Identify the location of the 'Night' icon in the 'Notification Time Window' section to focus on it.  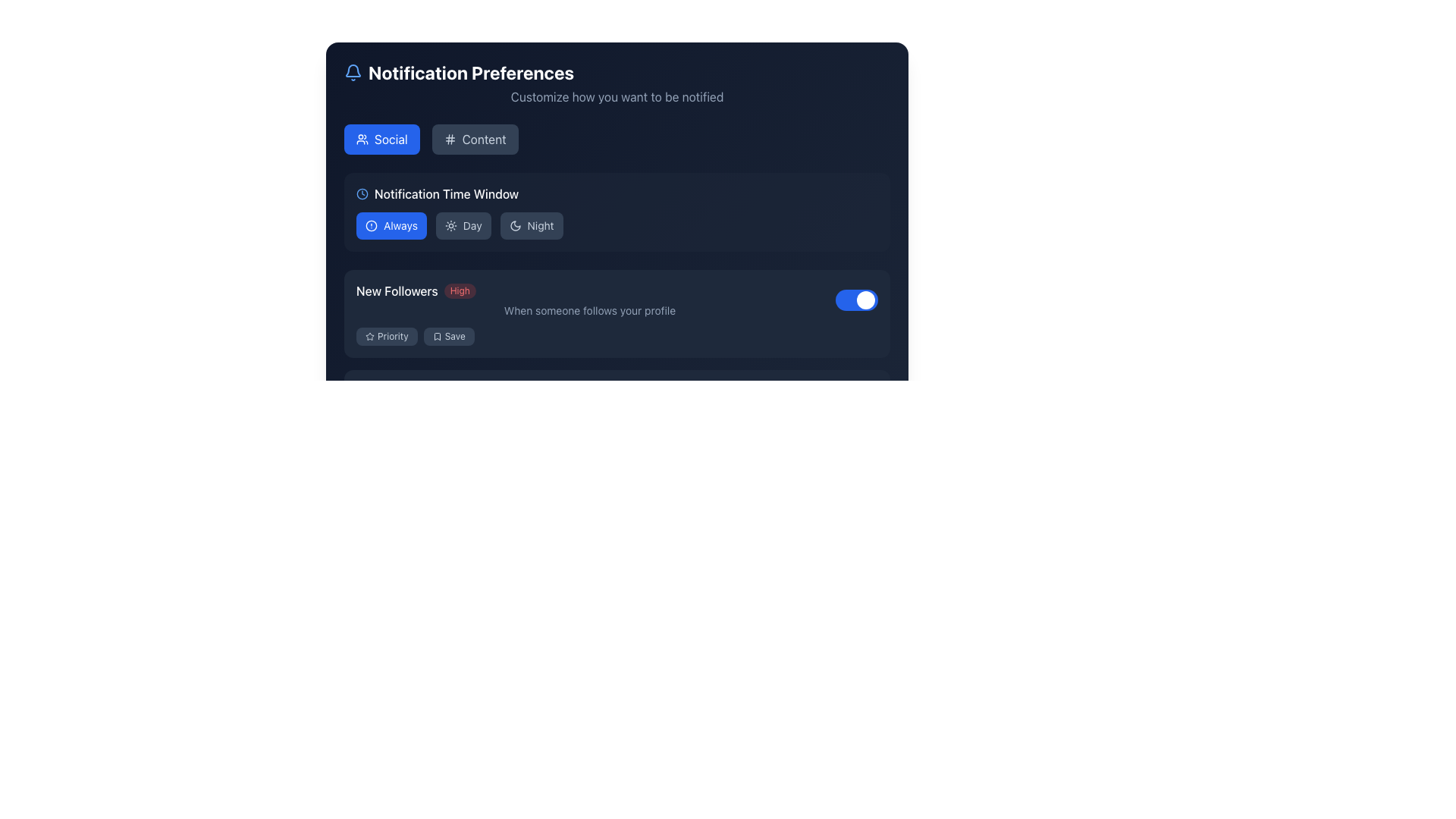
(515, 225).